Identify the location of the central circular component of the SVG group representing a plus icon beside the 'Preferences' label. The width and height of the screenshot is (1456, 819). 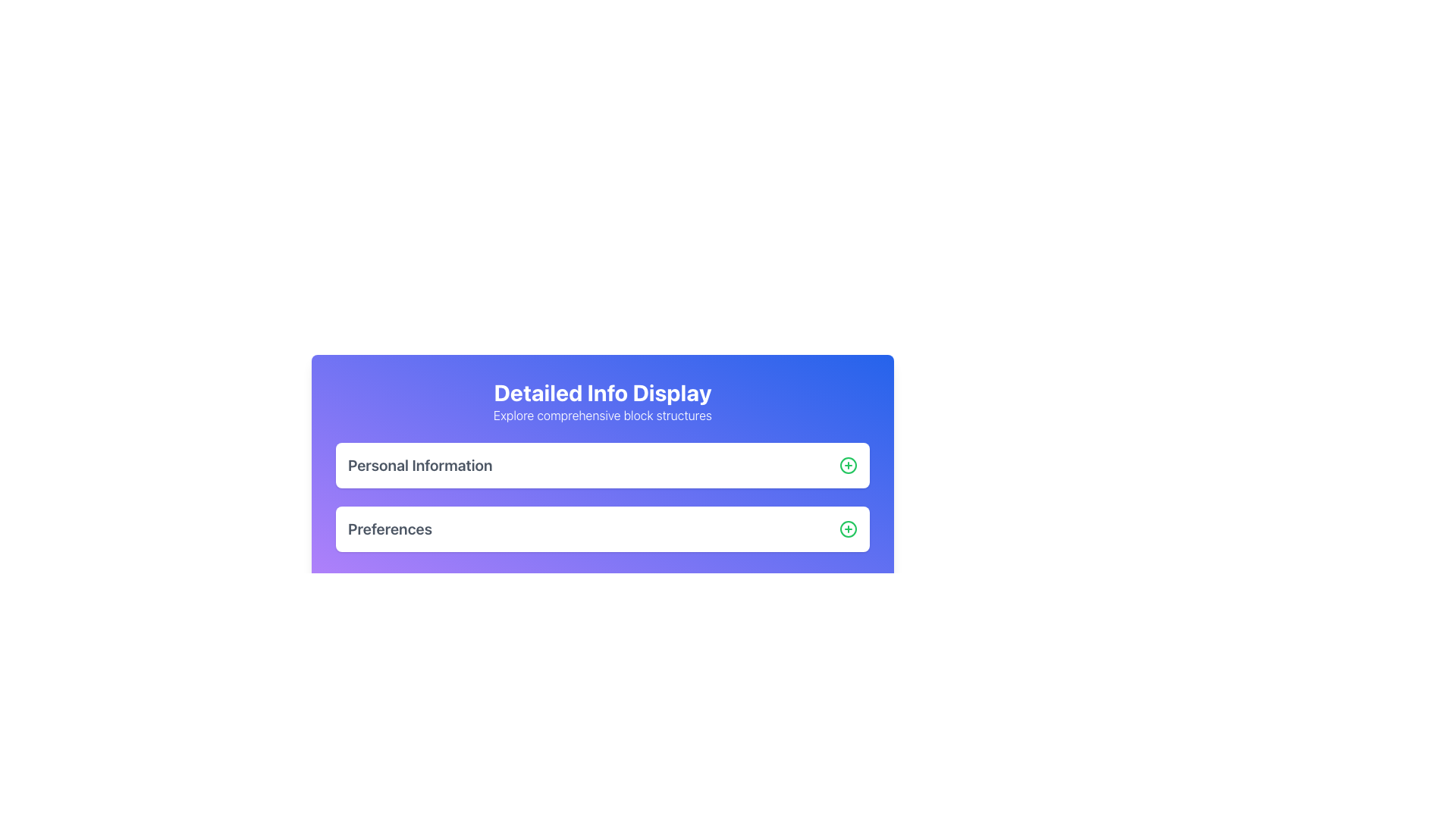
(847, 529).